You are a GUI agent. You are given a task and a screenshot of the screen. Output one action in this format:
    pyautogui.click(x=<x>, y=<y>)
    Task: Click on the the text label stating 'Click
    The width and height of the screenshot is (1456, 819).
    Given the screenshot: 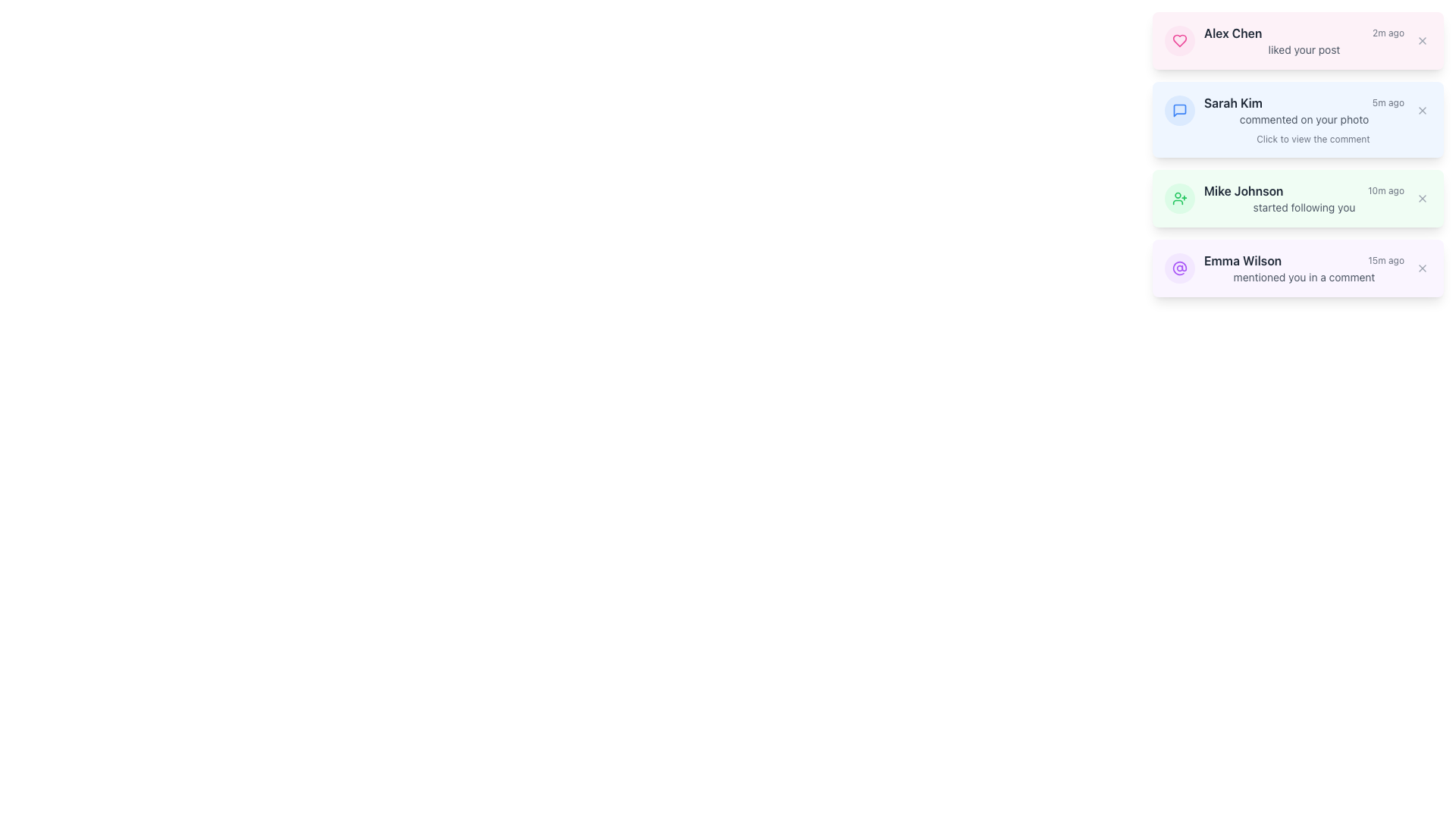 What is the action you would take?
    pyautogui.click(x=1298, y=140)
    